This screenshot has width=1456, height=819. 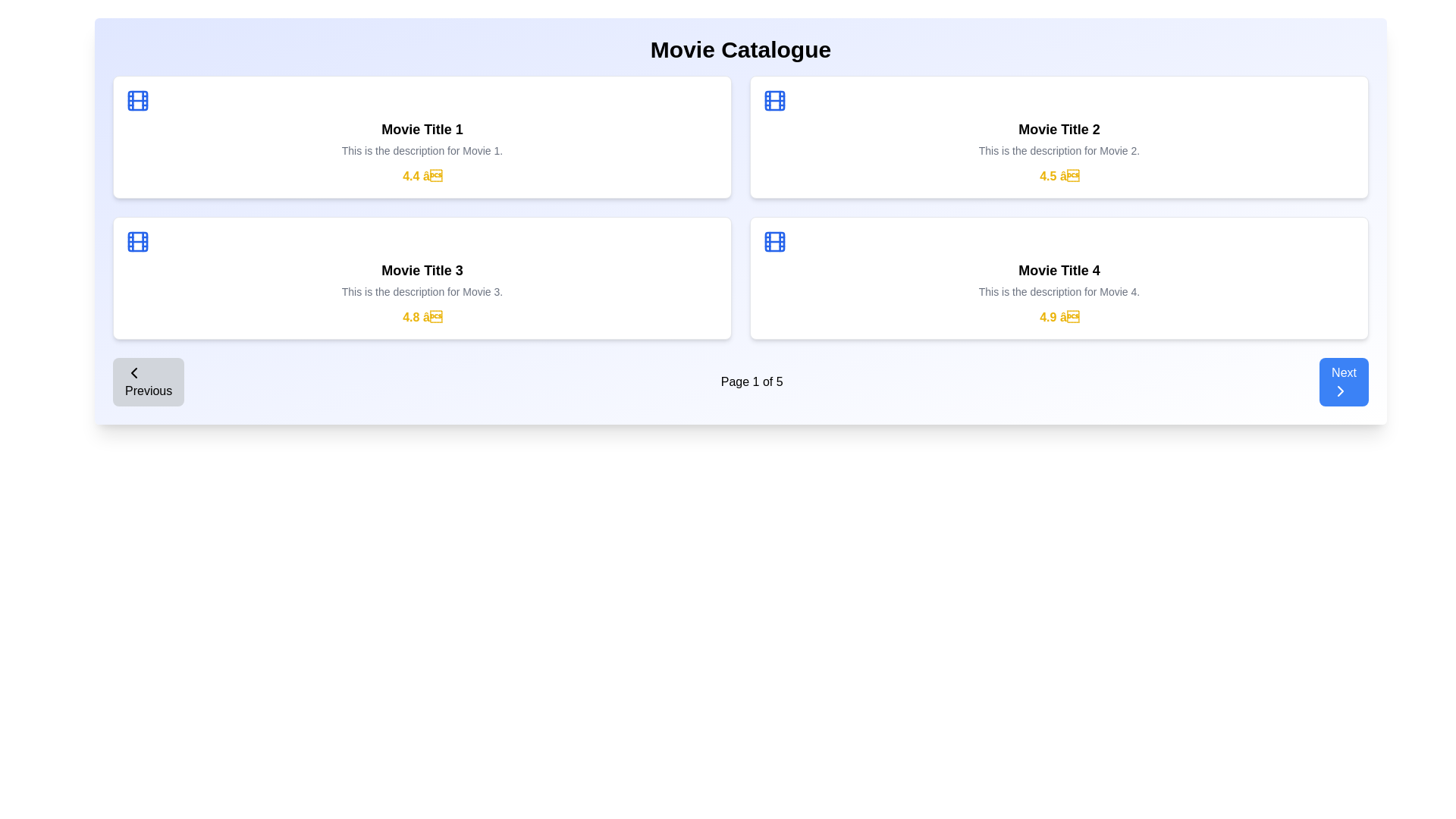 What do you see at coordinates (1058, 137) in the screenshot?
I see `the Card displaying movie information that contains the blue film icon, the text 'Movie Title 2' in bold, a description stating 'This is the description for Movie 2.', and a rating of 4.5 stars styled in yellow` at bounding box center [1058, 137].